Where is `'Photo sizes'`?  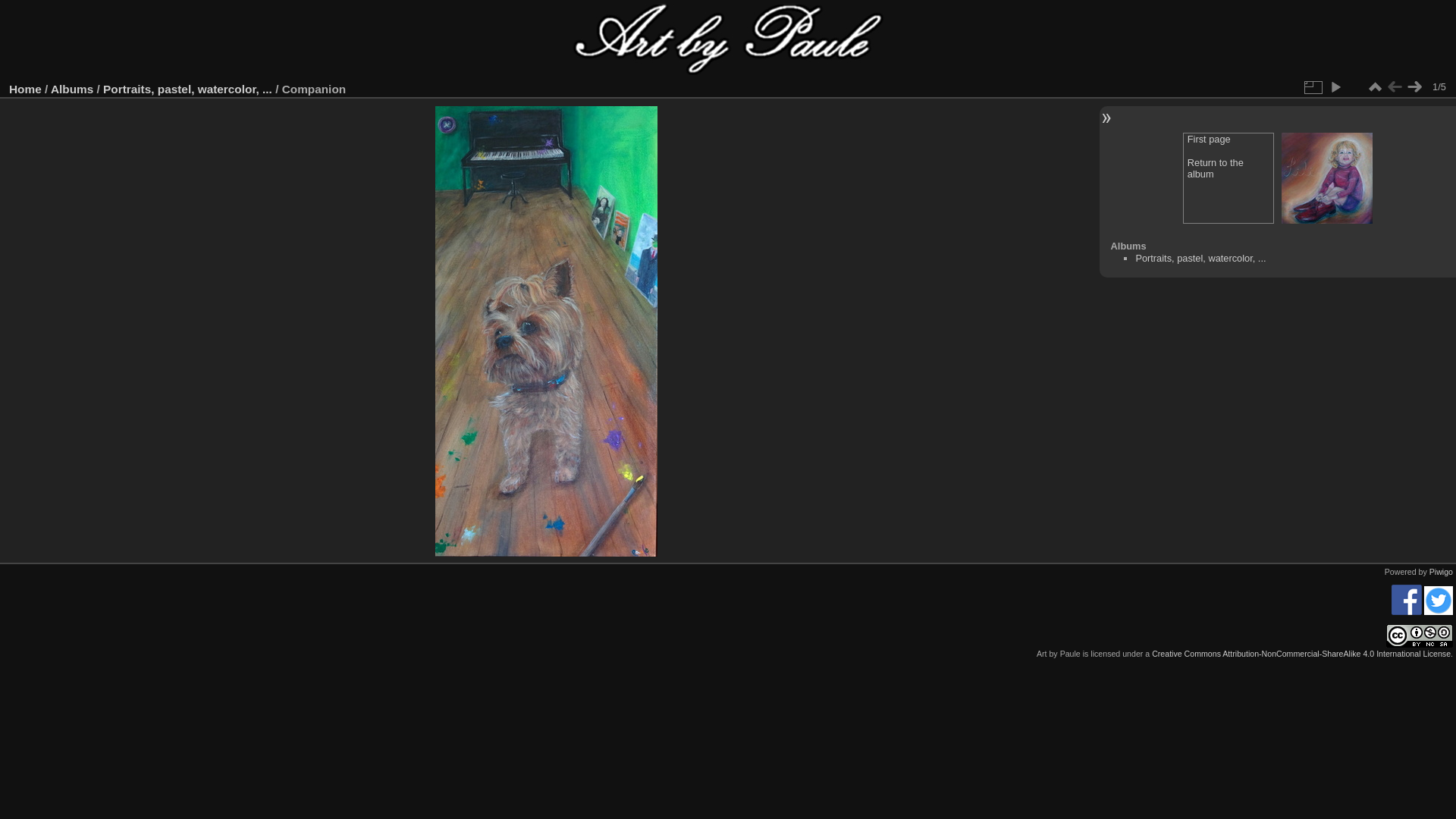
'Photo sizes' is located at coordinates (1312, 87).